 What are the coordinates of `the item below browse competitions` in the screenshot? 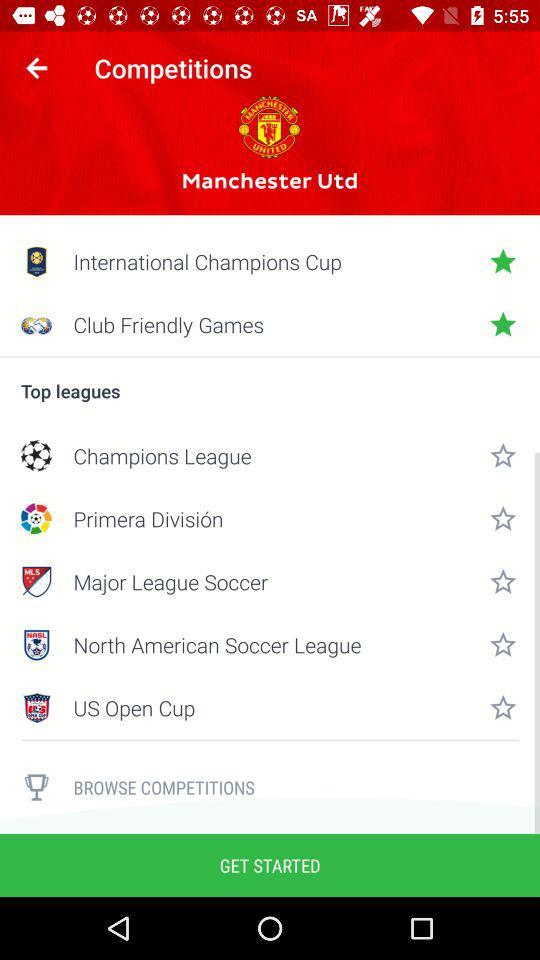 It's located at (270, 864).